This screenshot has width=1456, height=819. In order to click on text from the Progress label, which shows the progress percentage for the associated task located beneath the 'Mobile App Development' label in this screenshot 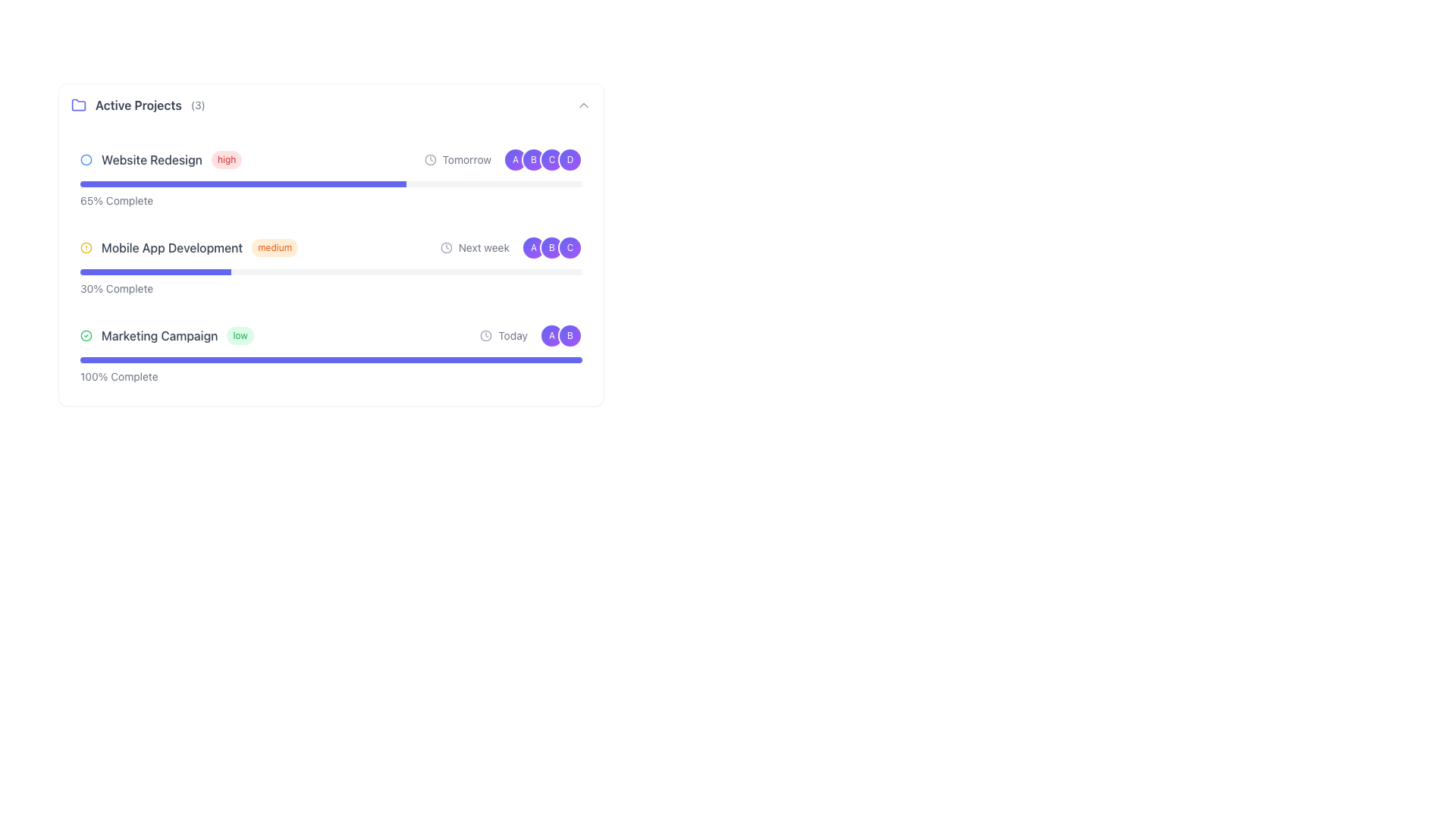, I will do `click(116, 289)`.